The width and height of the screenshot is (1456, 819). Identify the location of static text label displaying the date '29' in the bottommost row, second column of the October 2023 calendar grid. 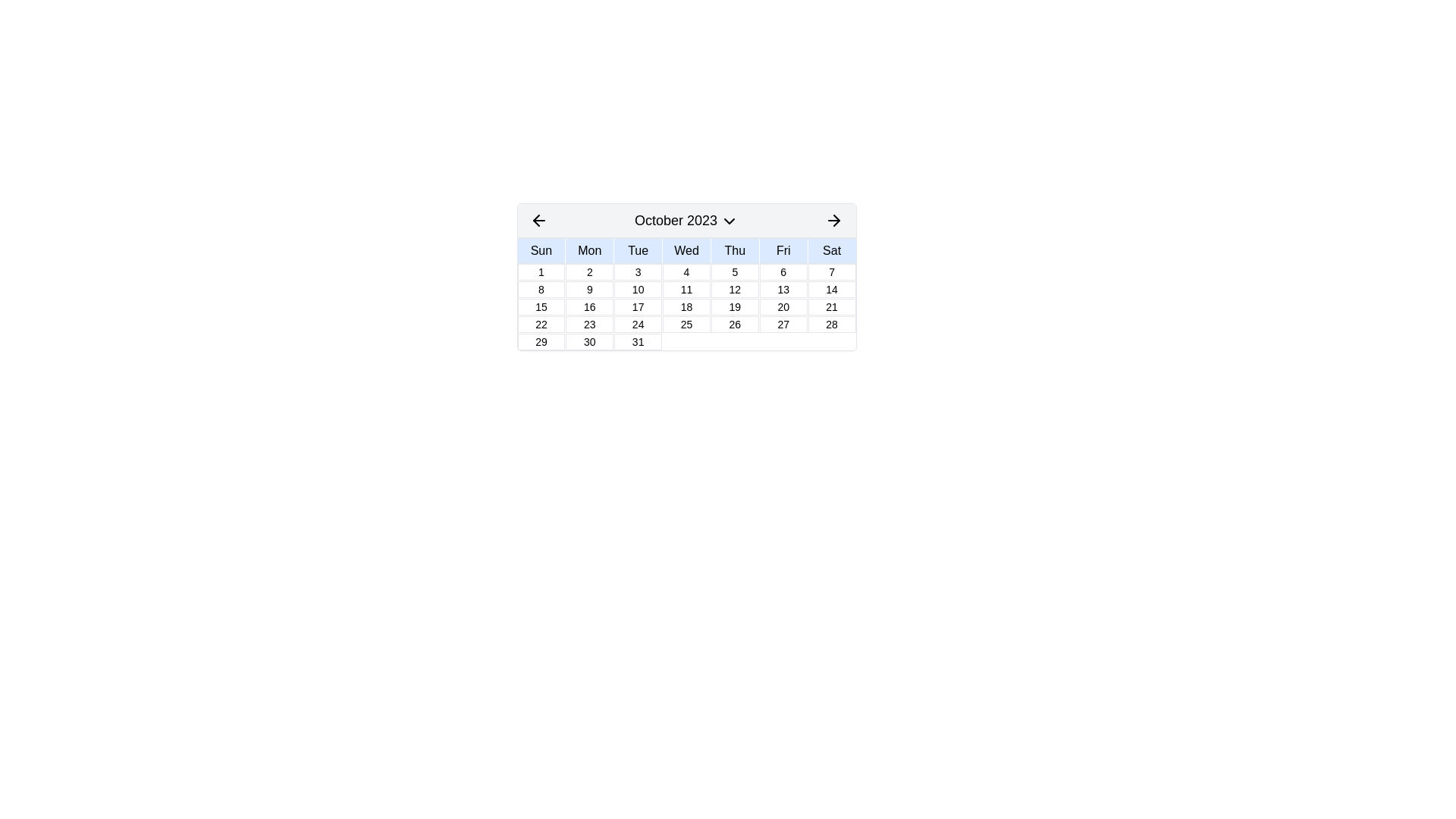
(541, 342).